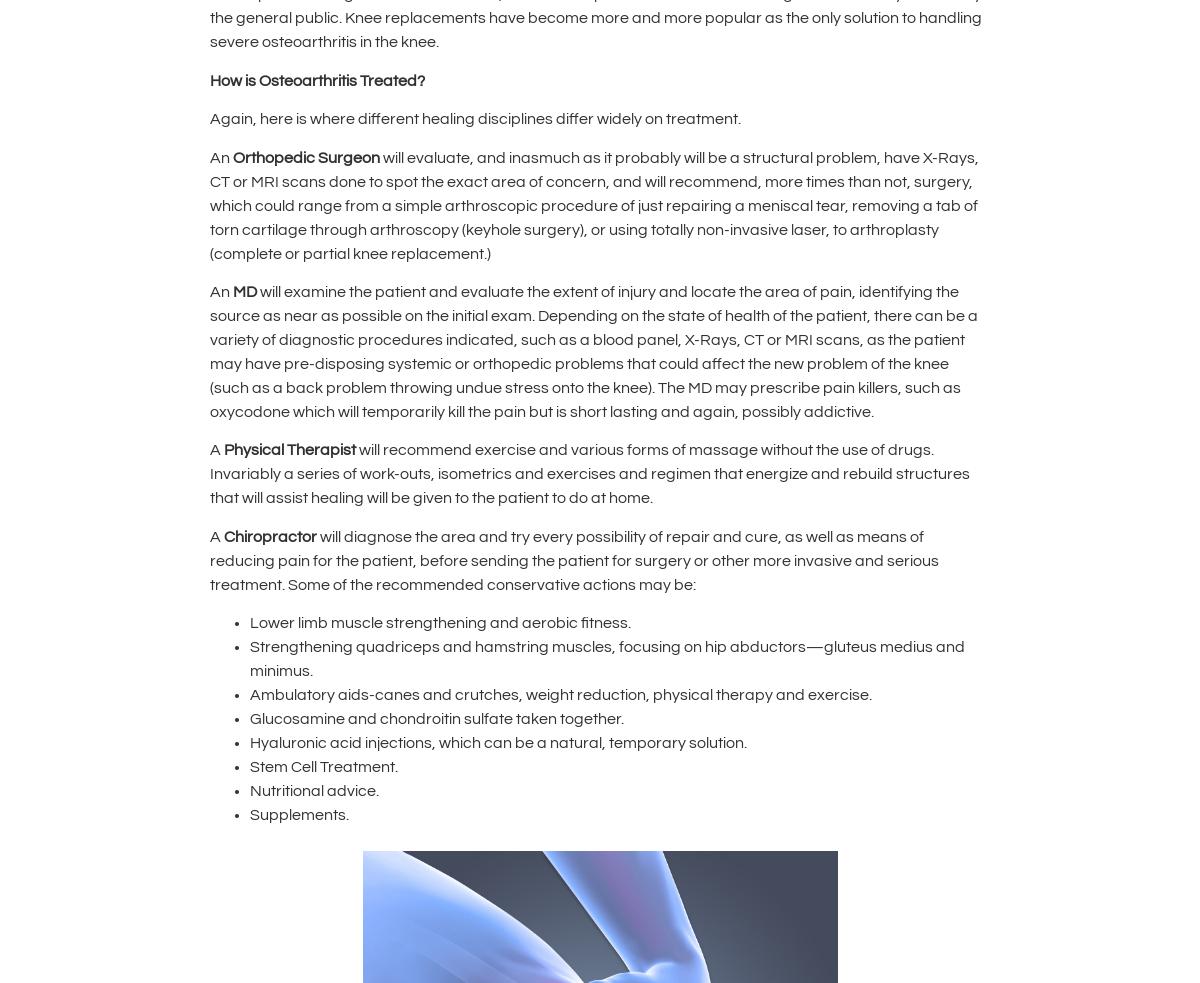 This screenshot has width=1200, height=983. What do you see at coordinates (290, 449) in the screenshot?
I see `'Physical Therapist'` at bounding box center [290, 449].